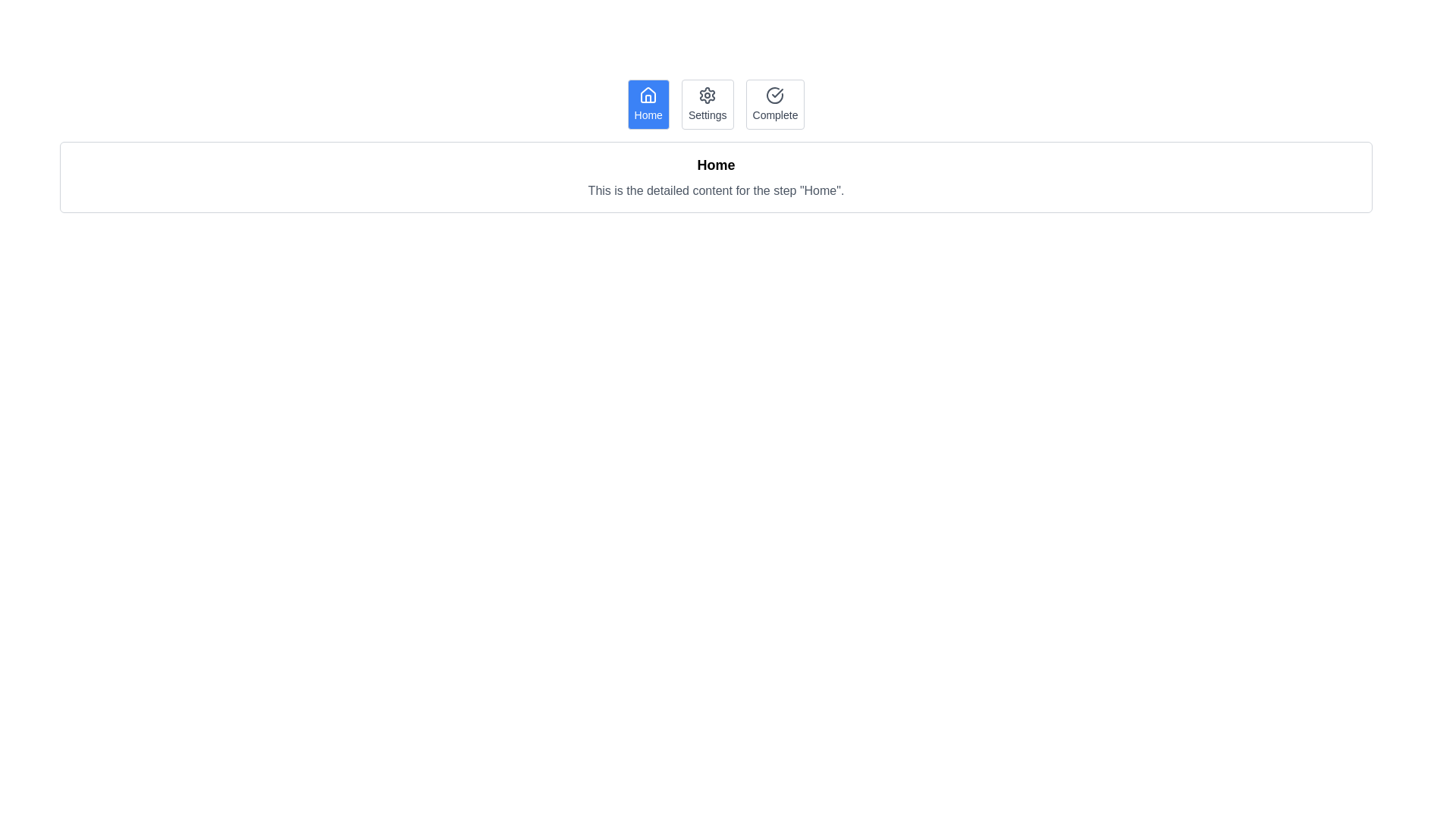 The height and width of the screenshot is (819, 1456). I want to click on the button labeled 'Complete', which is the third button in a horizontal group of three buttons, positioned to the right of the 'Settings' button and to the far right of the 'Home' button, so click(775, 104).